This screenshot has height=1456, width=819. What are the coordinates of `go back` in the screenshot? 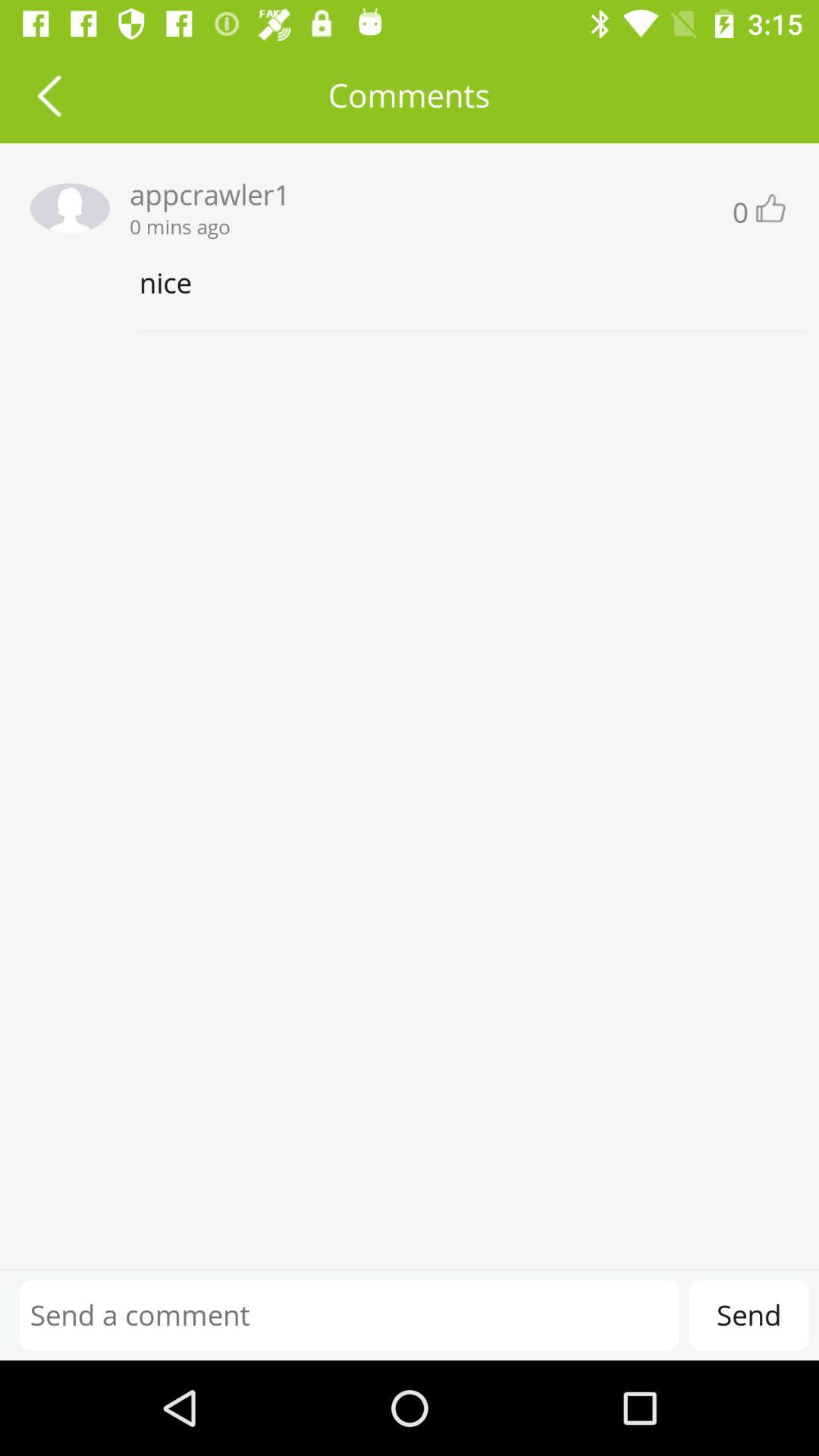 It's located at (48, 94).